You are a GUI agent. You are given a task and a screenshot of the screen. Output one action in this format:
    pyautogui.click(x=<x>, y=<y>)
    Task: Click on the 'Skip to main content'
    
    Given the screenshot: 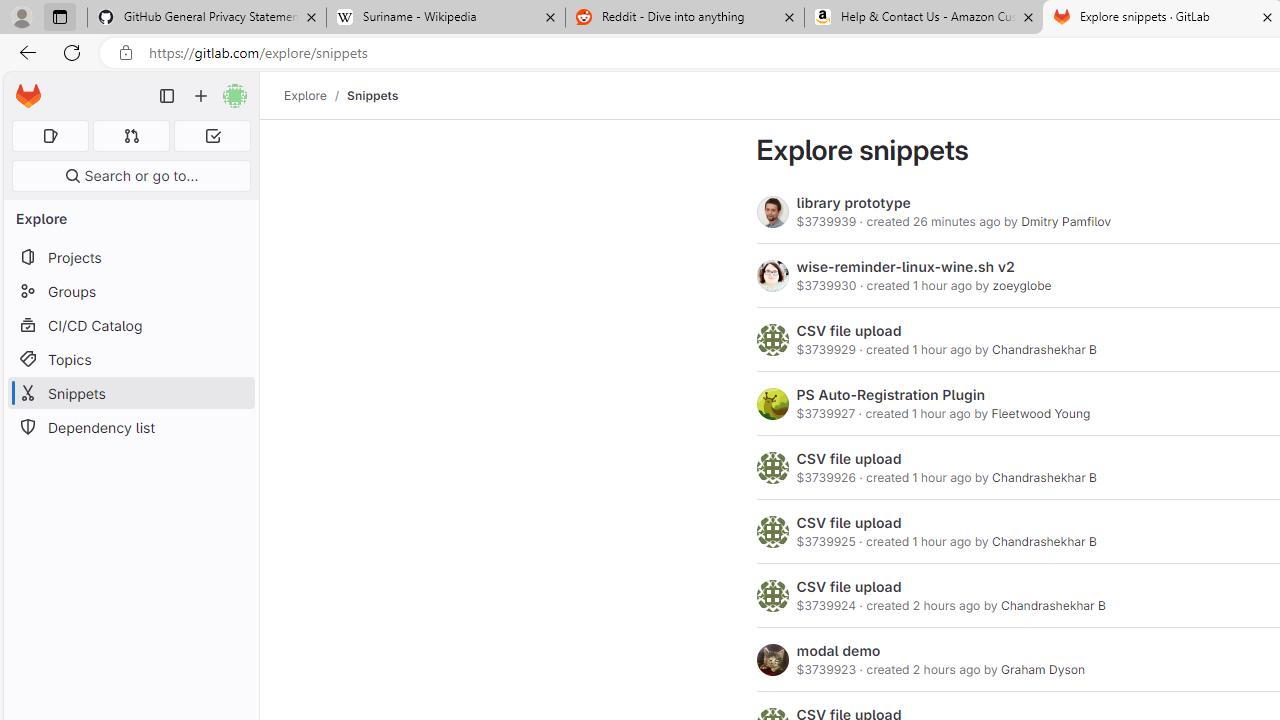 What is the action you would take?
    pyautogui.click(x=23, y=86)
    